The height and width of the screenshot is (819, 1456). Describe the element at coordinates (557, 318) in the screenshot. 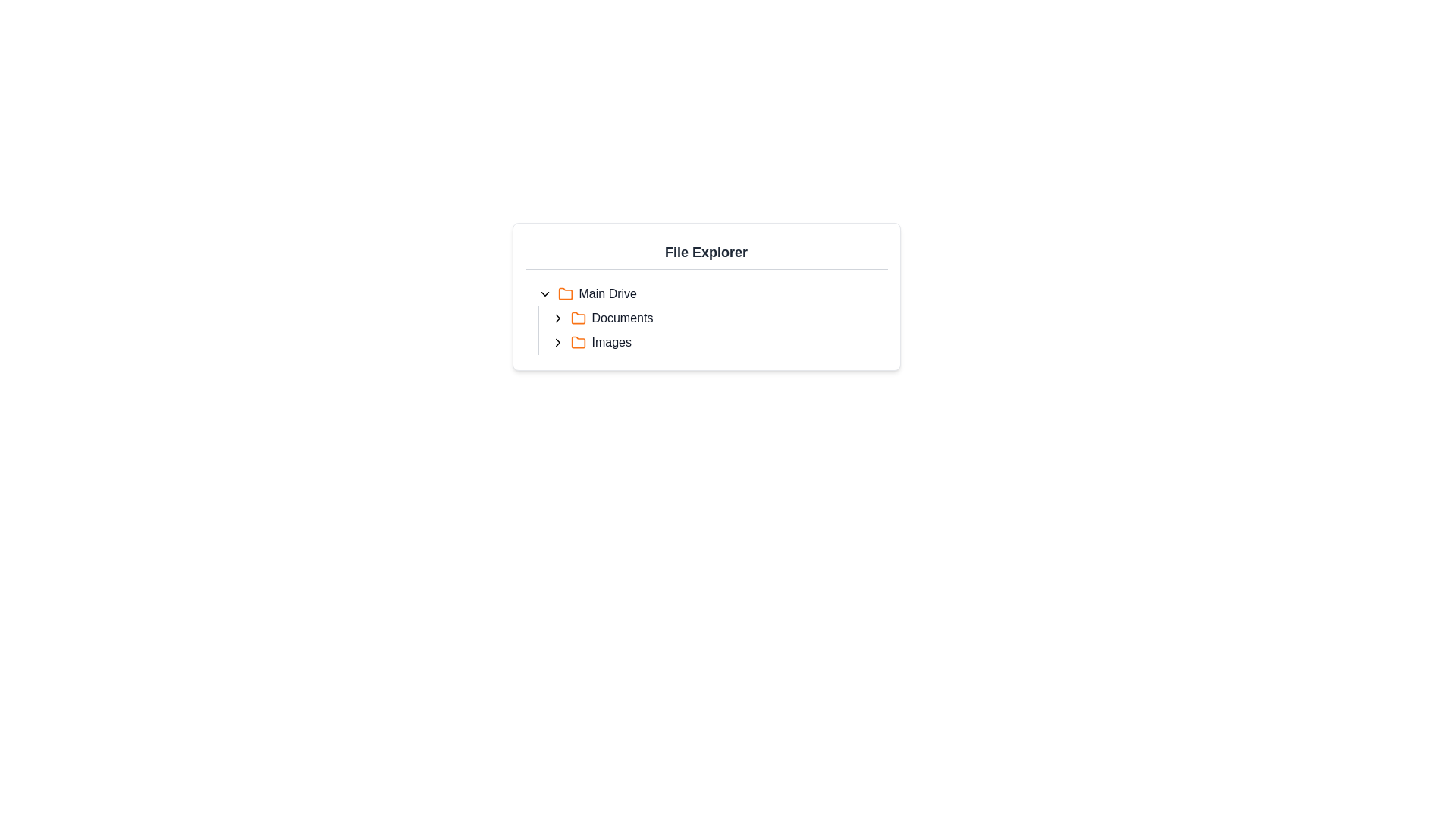

I see `the small right-facing chevron icon located before the 'Documents' text` at that location.